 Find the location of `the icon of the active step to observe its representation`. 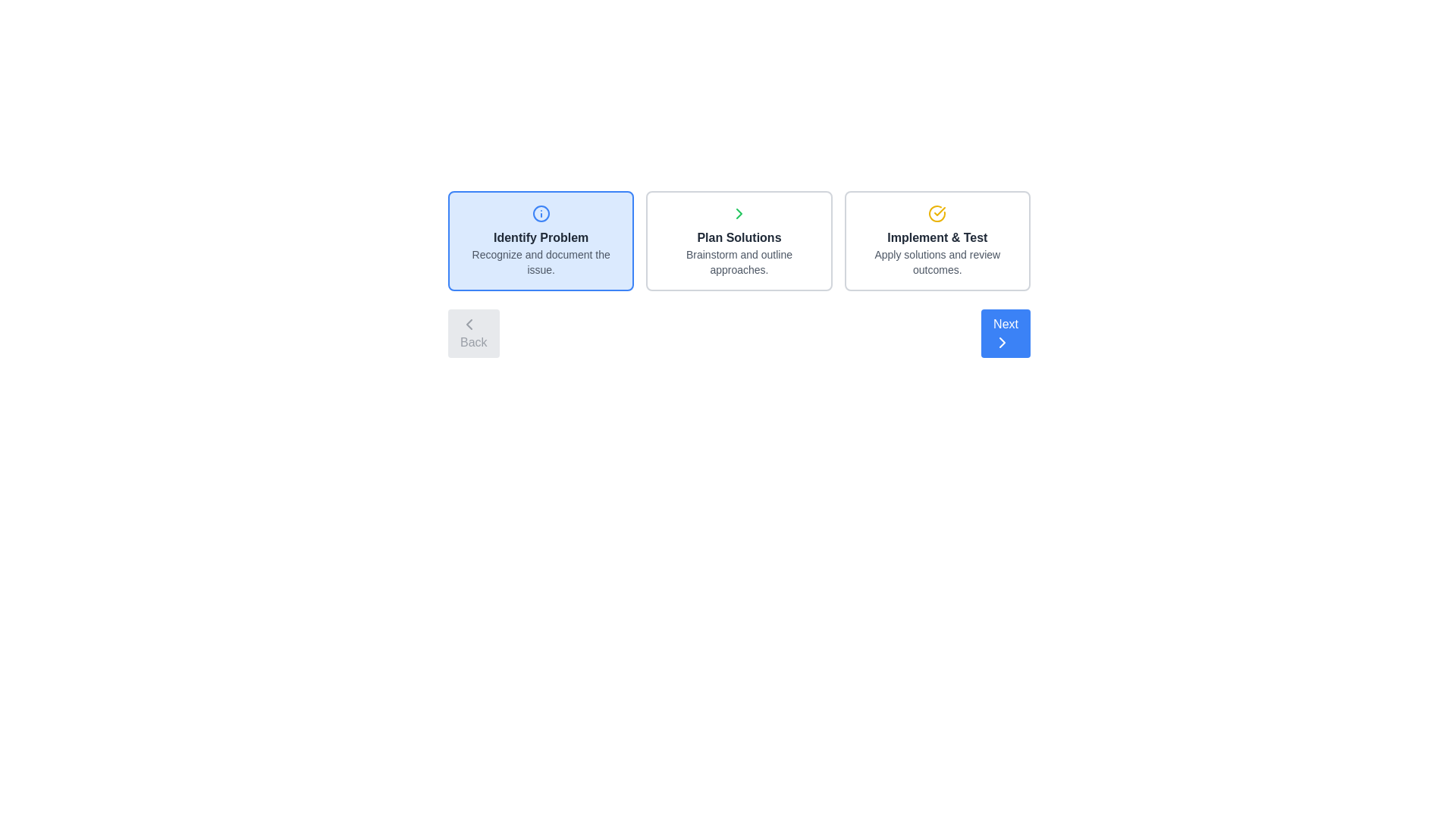

the icon of the active step to observe its representation is located at coordinates (541, 213).